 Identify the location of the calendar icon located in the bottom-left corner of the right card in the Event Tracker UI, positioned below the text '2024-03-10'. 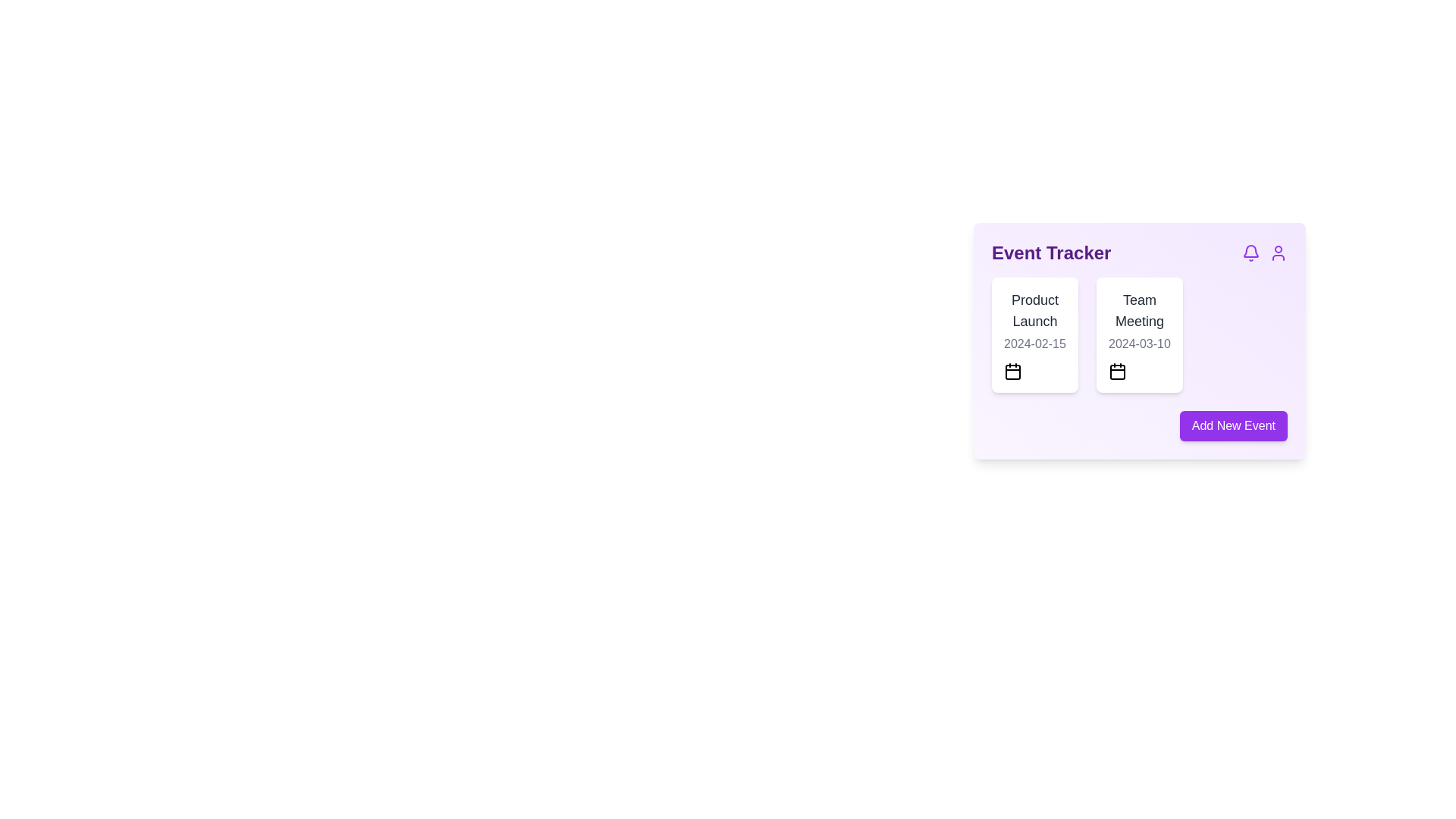
(1117, 372).